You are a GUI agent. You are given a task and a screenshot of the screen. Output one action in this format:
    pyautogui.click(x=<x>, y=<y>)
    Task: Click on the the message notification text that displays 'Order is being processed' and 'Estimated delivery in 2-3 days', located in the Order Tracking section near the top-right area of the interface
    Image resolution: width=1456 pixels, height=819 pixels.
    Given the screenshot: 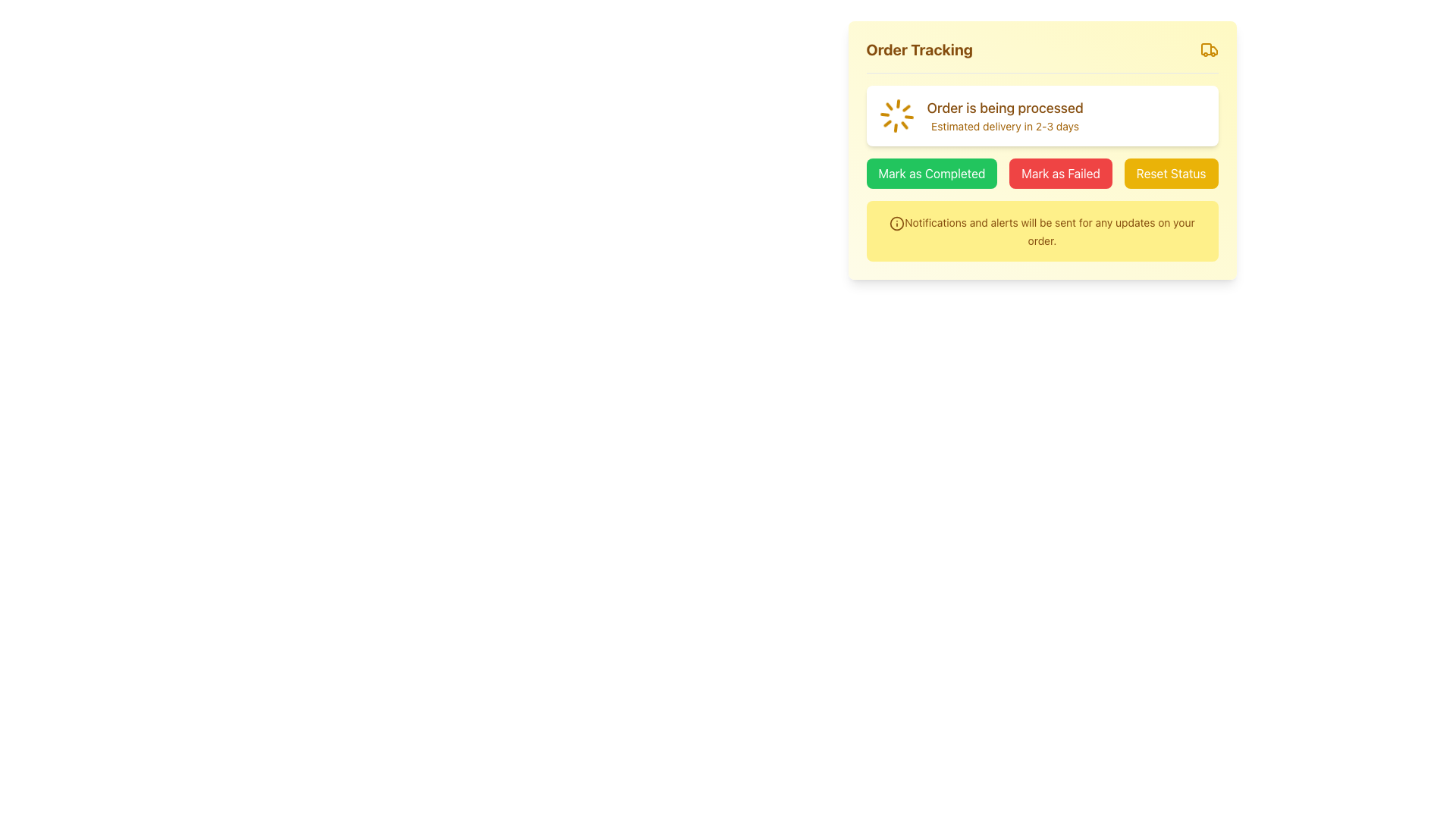 What is the action you would take?
    pyautogui.click(x=1005, y=115)
    